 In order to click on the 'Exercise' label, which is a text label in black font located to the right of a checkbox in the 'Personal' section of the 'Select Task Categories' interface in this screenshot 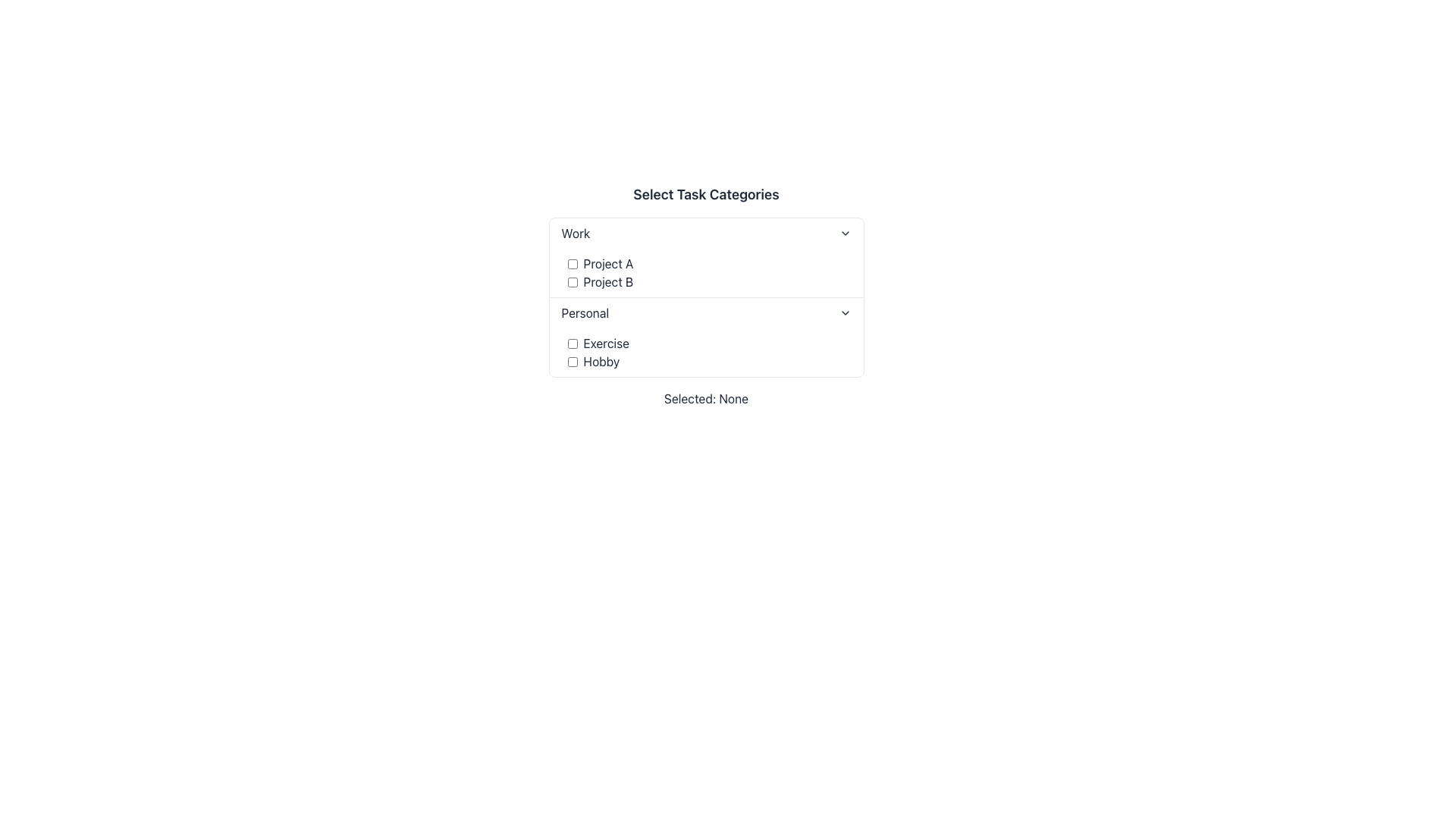, I will do `click(605, 343)`.